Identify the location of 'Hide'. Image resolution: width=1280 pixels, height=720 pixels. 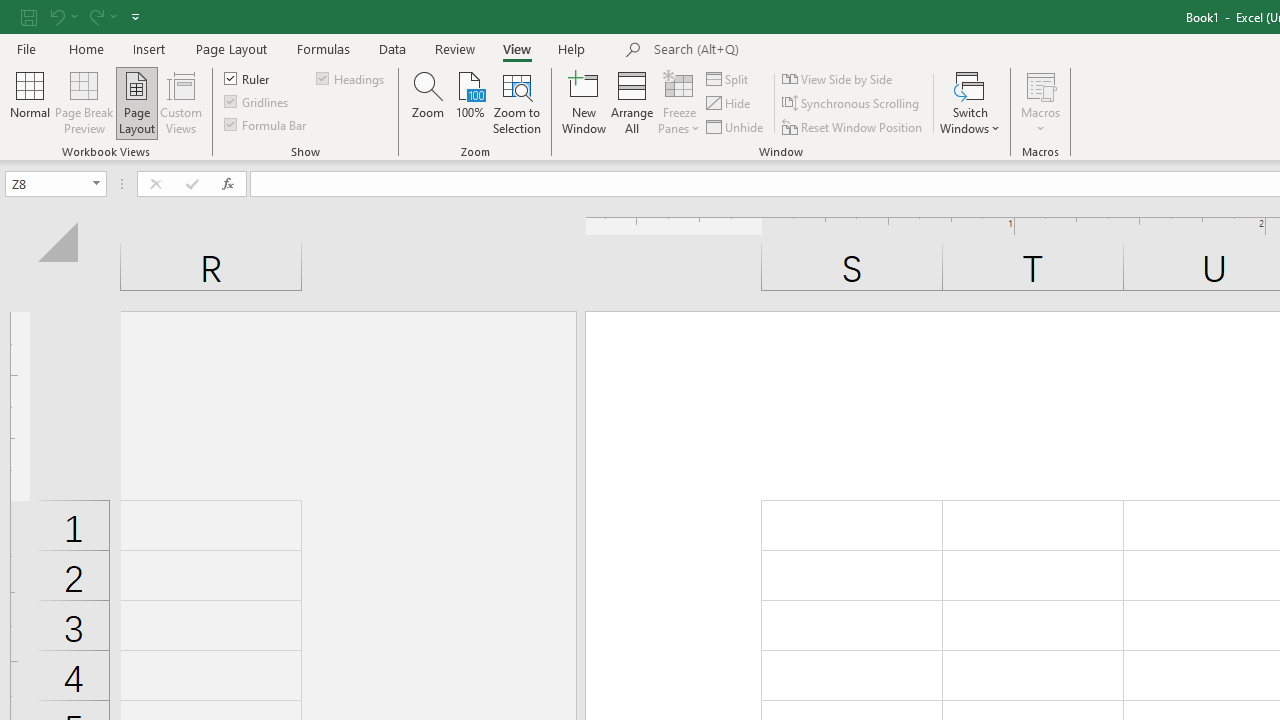
(728, 103).